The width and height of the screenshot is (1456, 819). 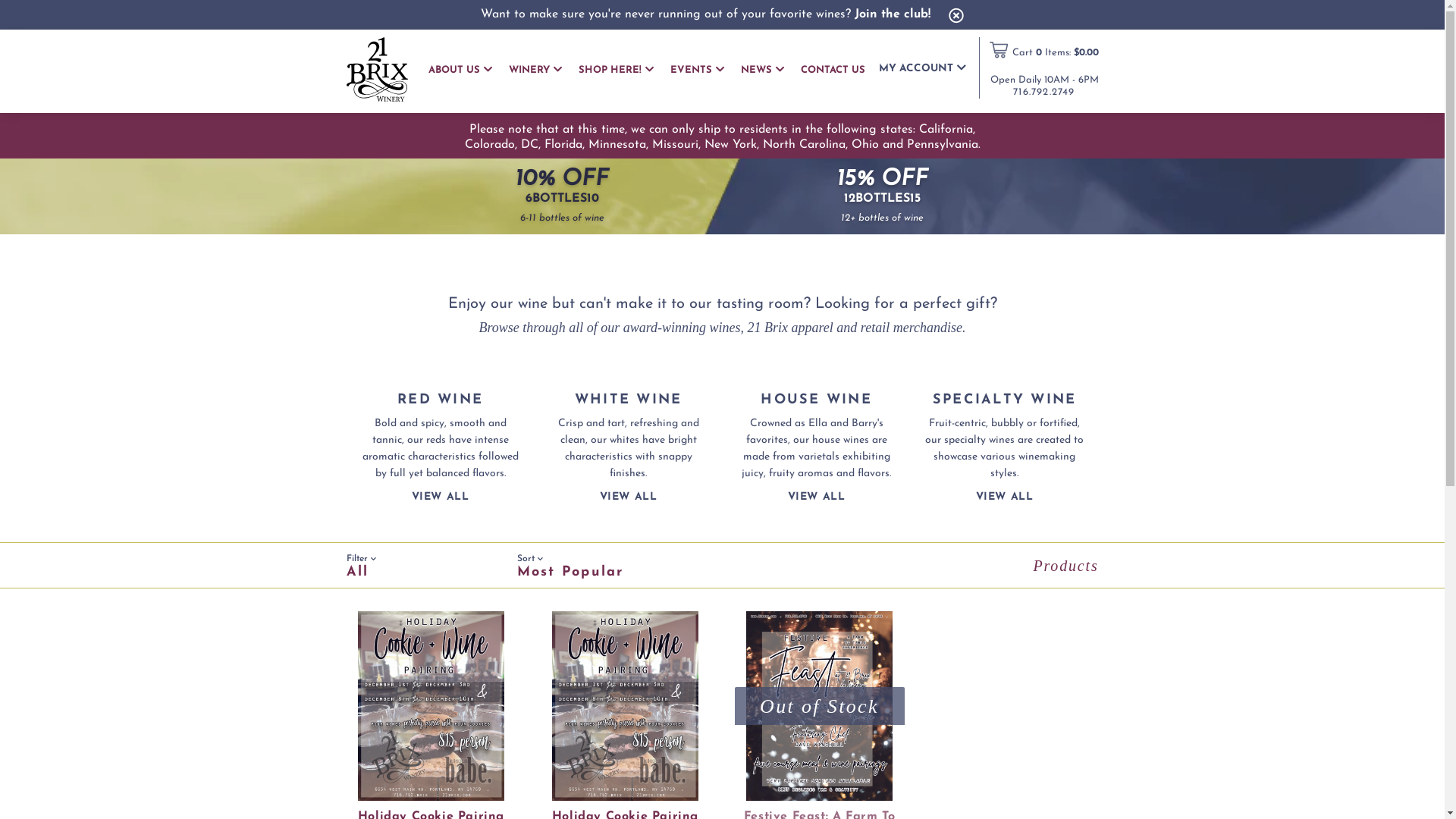 What do you see at coordinates (1043, 92) in the screenshot?
I see `'716.792.2749'` at bounding box center [1043, 92].